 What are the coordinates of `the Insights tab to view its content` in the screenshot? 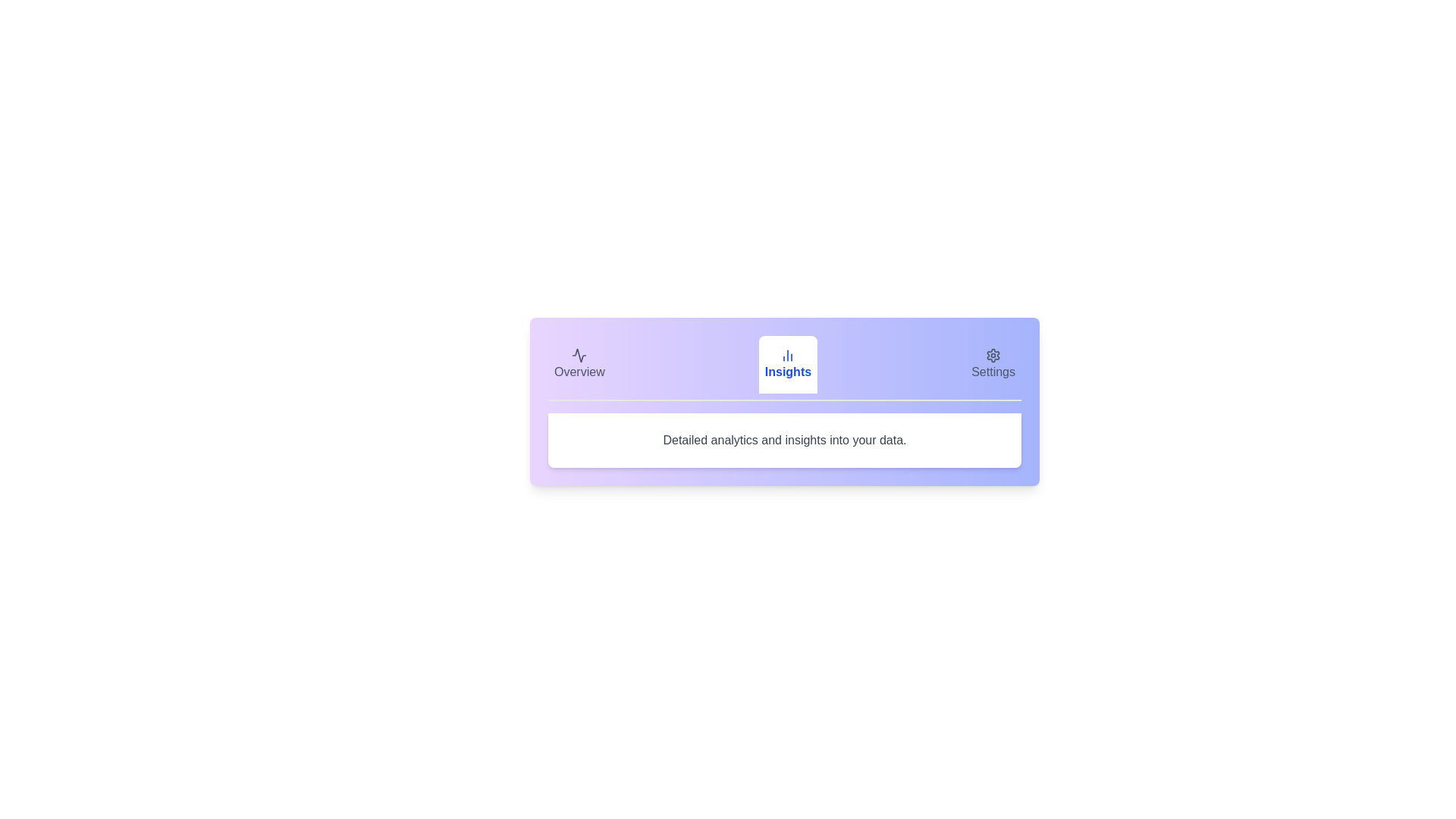 It's located at (788, 365).